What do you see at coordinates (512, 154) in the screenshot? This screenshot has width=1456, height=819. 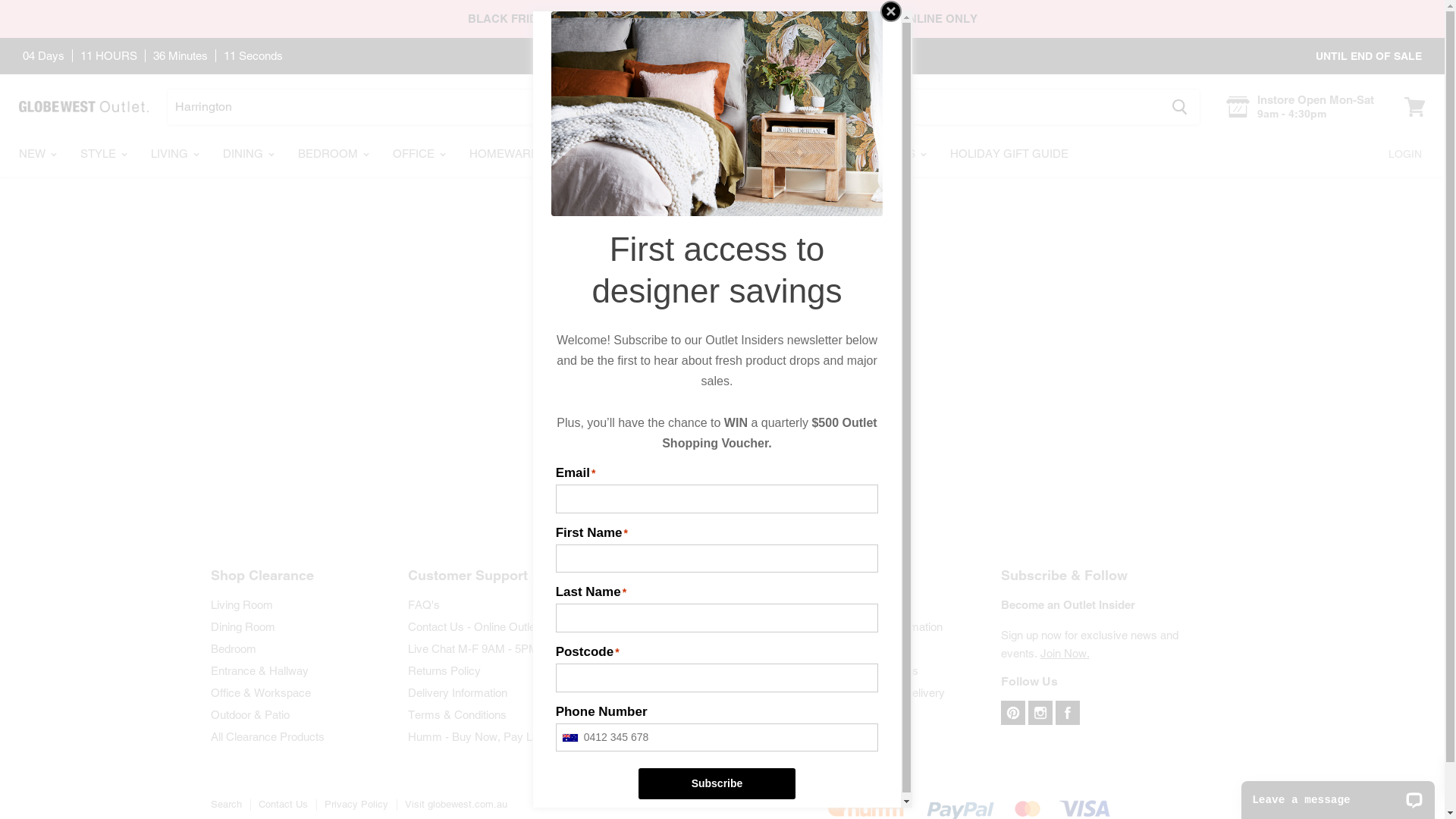 I see `'HOMEWARES'` at bounding box center [512, 154].